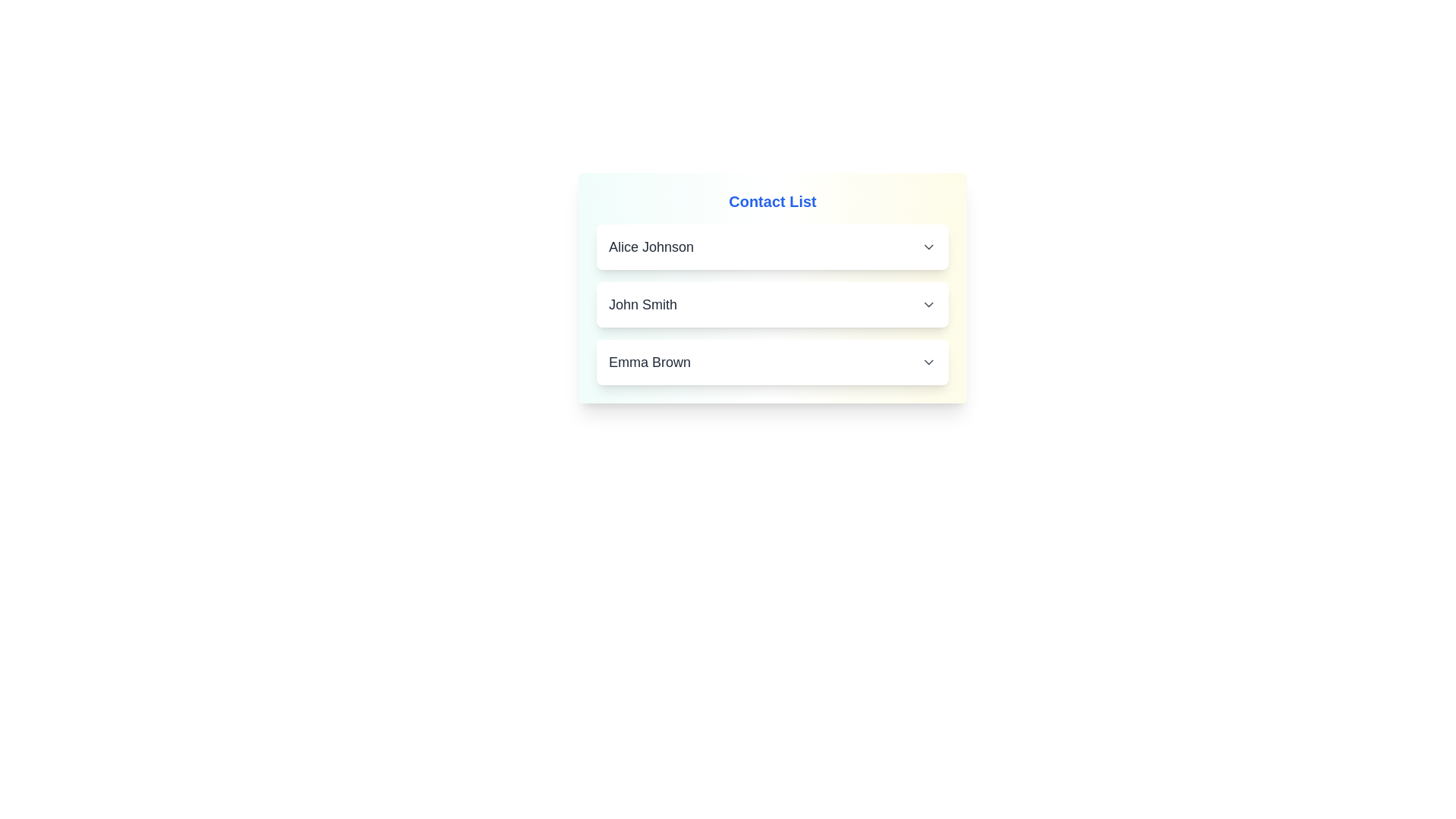  What do you see at coordinates (927, 304) in the screenshot?
I see `the interactive icon associated with John Smith` at bounding box center [927, 304].